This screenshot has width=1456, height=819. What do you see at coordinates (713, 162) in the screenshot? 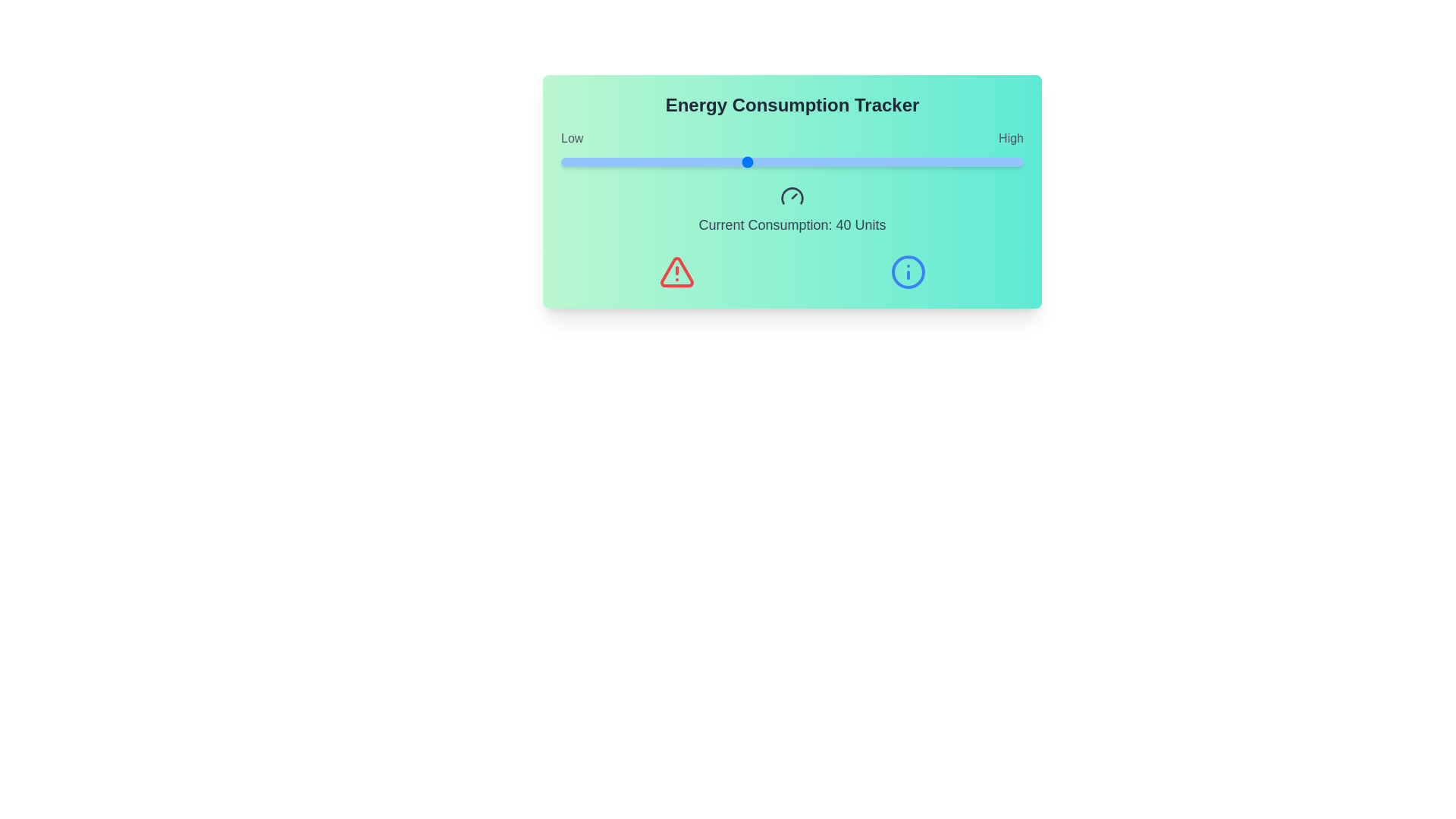
I see `the energy consumption slider to 33 units` at bounding box center [713, 162].